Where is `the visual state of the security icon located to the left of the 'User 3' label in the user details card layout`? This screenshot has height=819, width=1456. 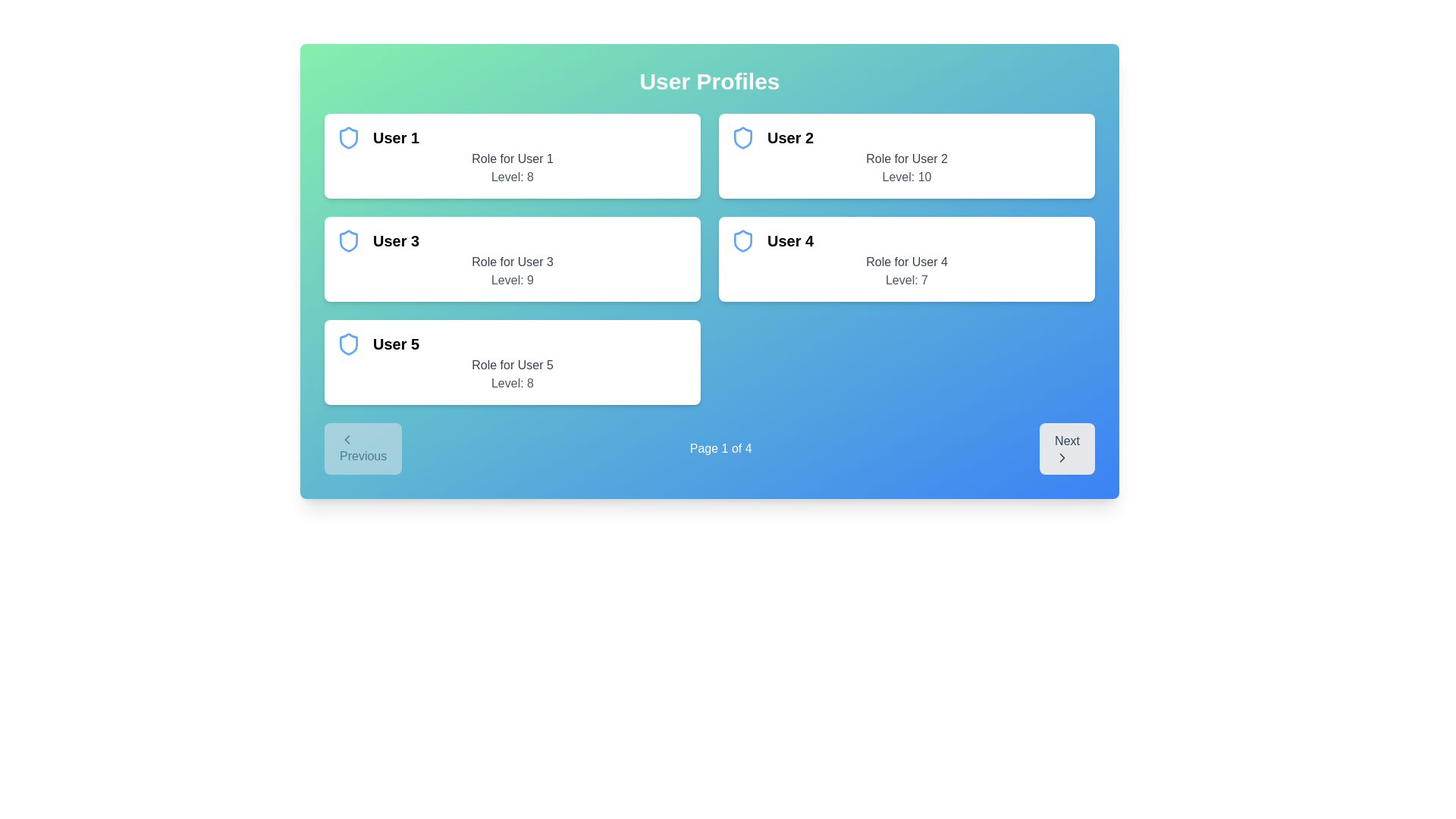
the visual state of the security icon located to the left of the 'User 3' label in the user details card layout is located at coordinates (348, 240).